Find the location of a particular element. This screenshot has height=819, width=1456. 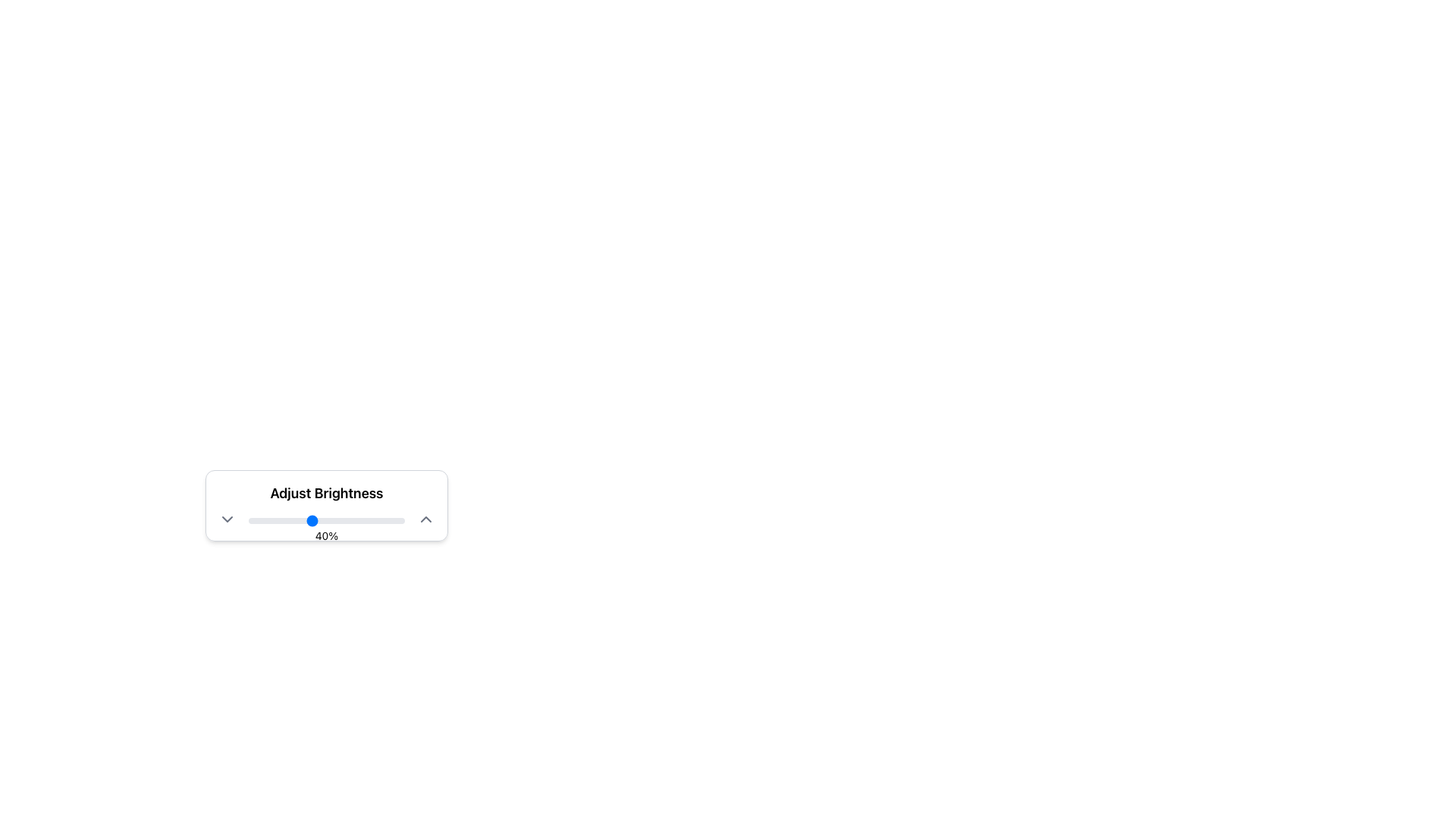

the brightness value is located at coordinates (312, 519).